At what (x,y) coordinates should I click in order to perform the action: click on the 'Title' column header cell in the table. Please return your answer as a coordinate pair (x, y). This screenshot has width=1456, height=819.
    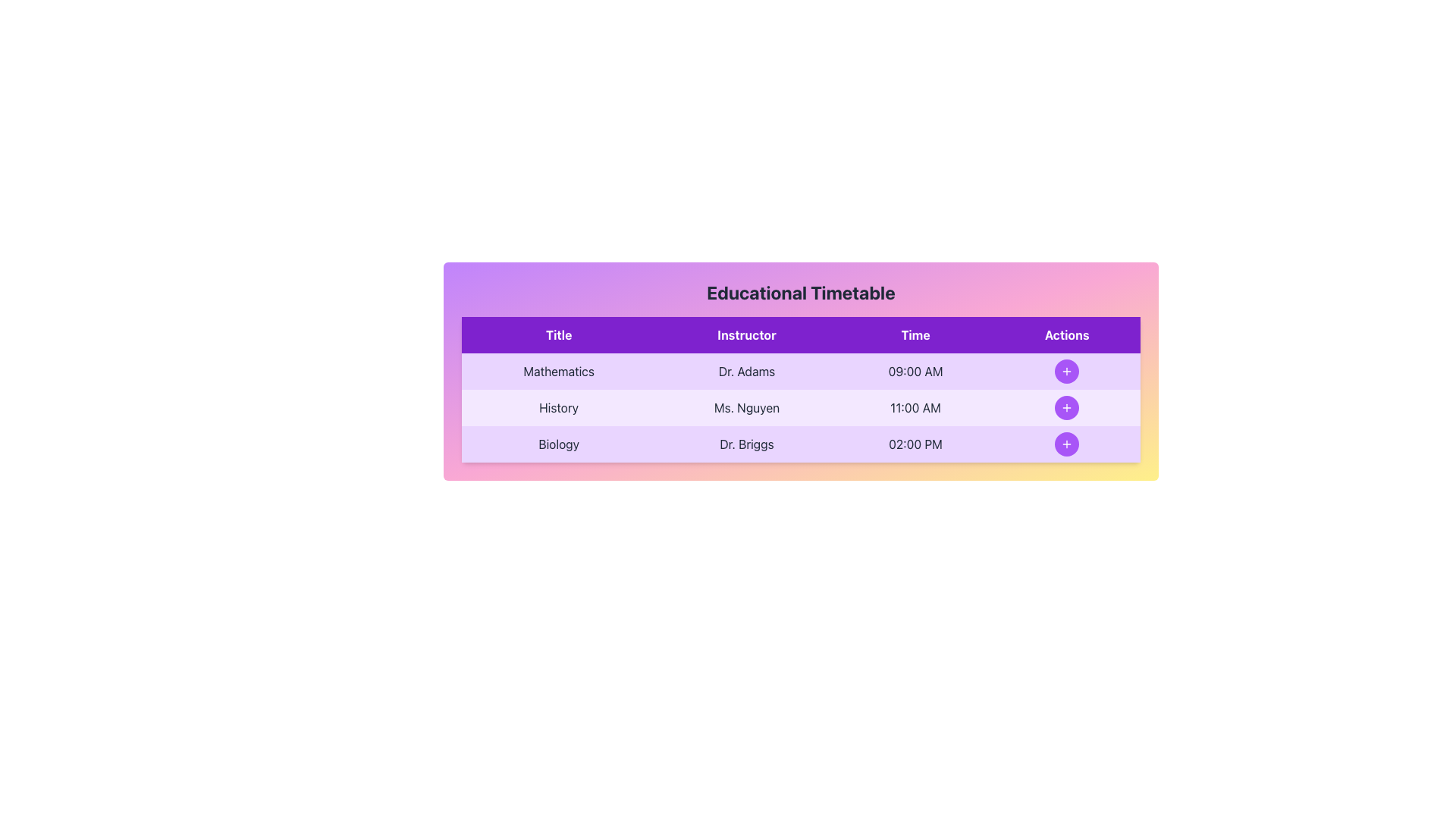
    Looking at the image, I should click on (558, 334).